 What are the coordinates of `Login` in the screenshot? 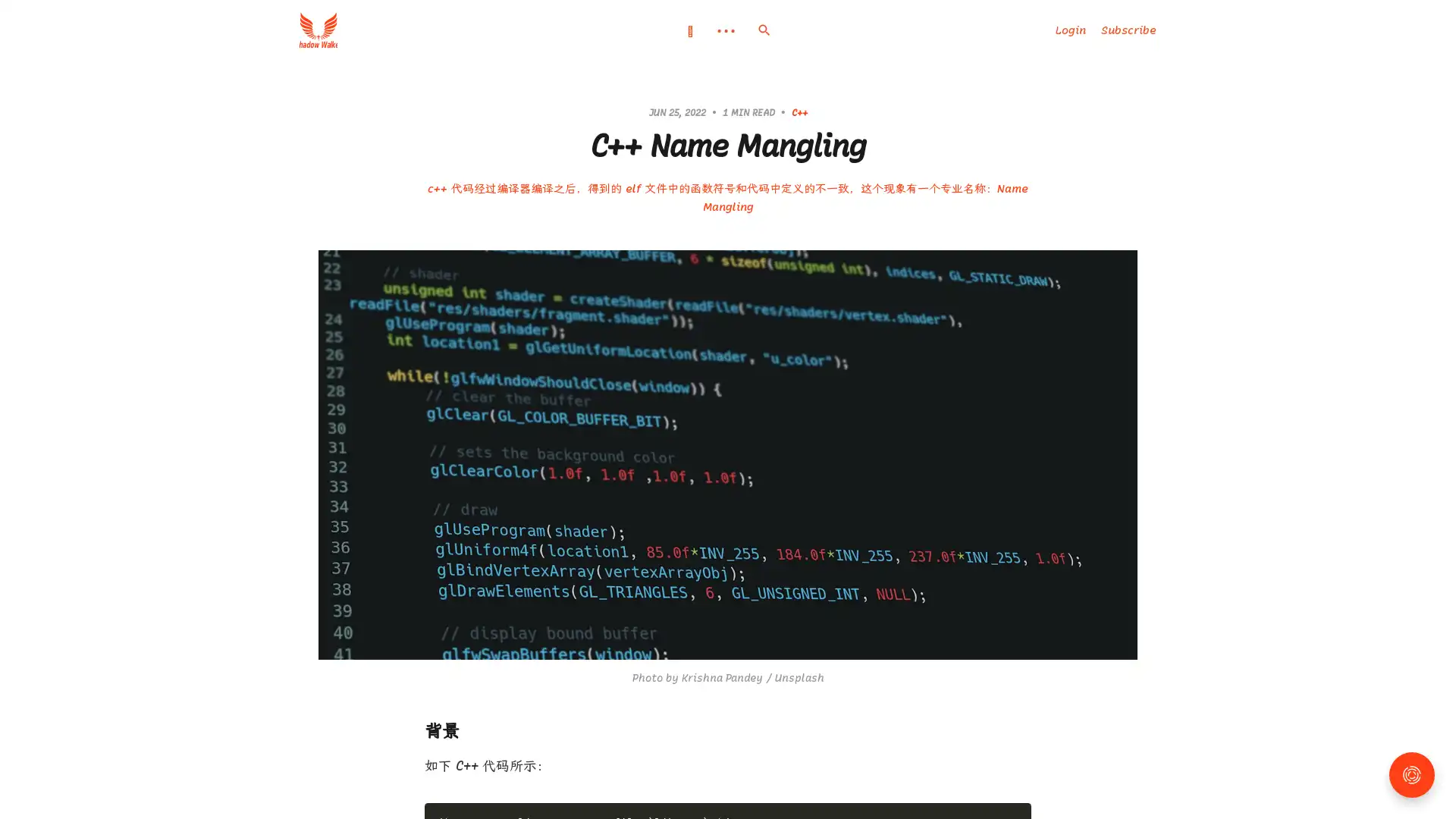 It's located at (1069, 30).